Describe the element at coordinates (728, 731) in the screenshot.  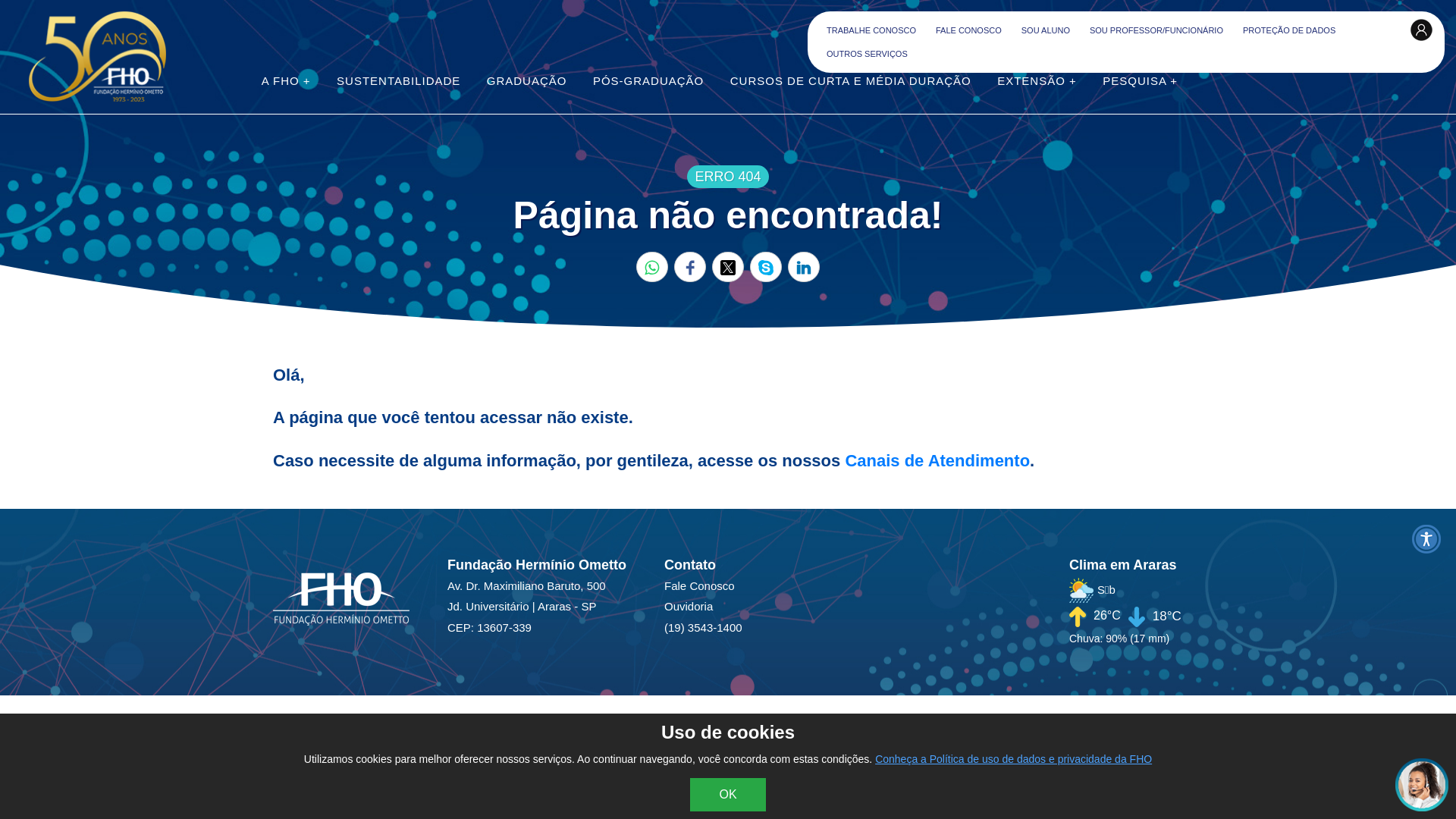
I see `'Uso de cookies'` at that location.